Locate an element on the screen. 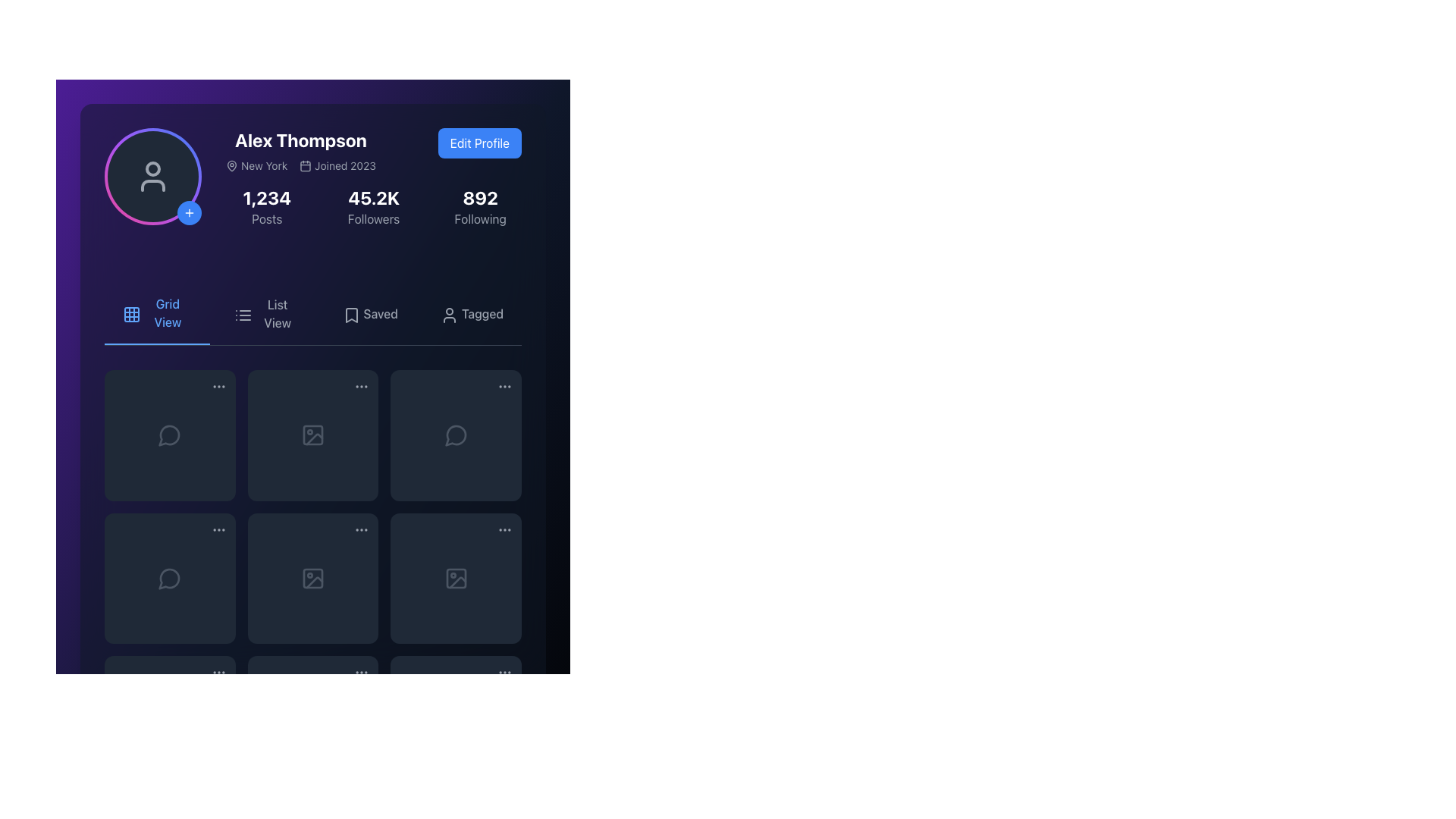 The width and height of the screenshot is (1456, 819). the gray ellipsis icon button located in the bottom right corner of the grid item, which highlights upon hover is located at coordinates (361, 529).